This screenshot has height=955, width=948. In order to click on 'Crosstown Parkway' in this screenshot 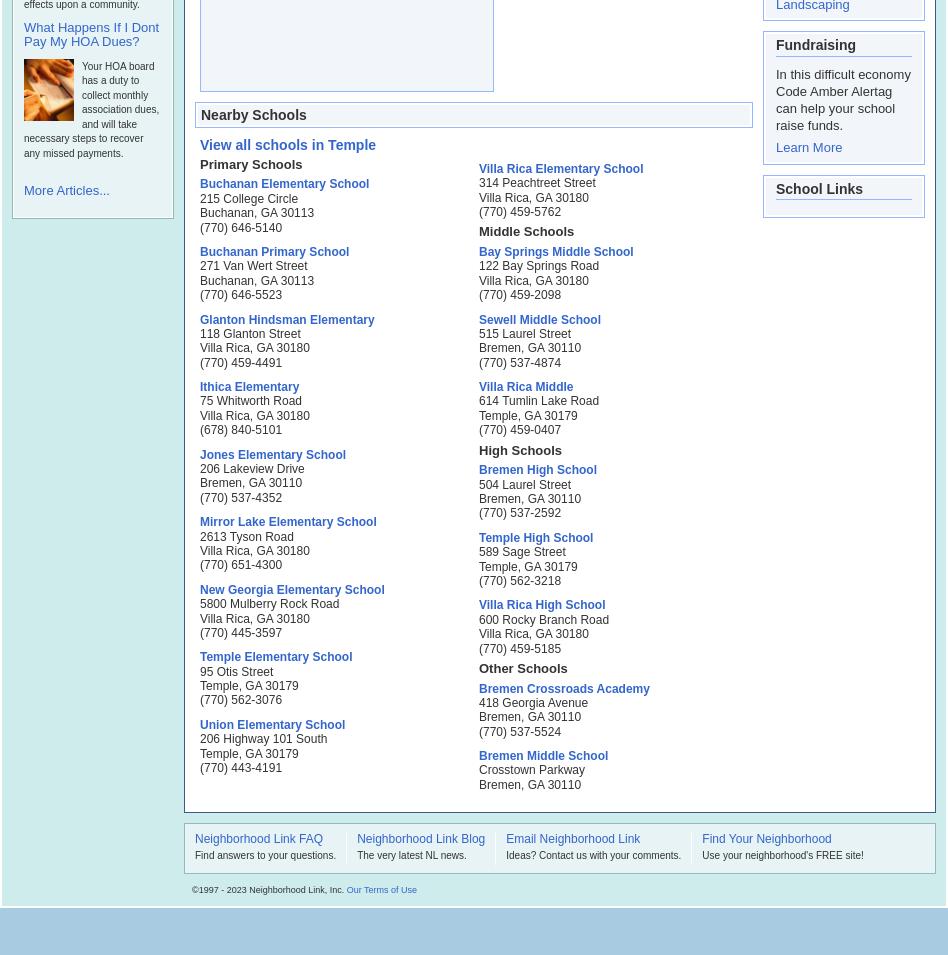, I will do `click(532, 769)`.